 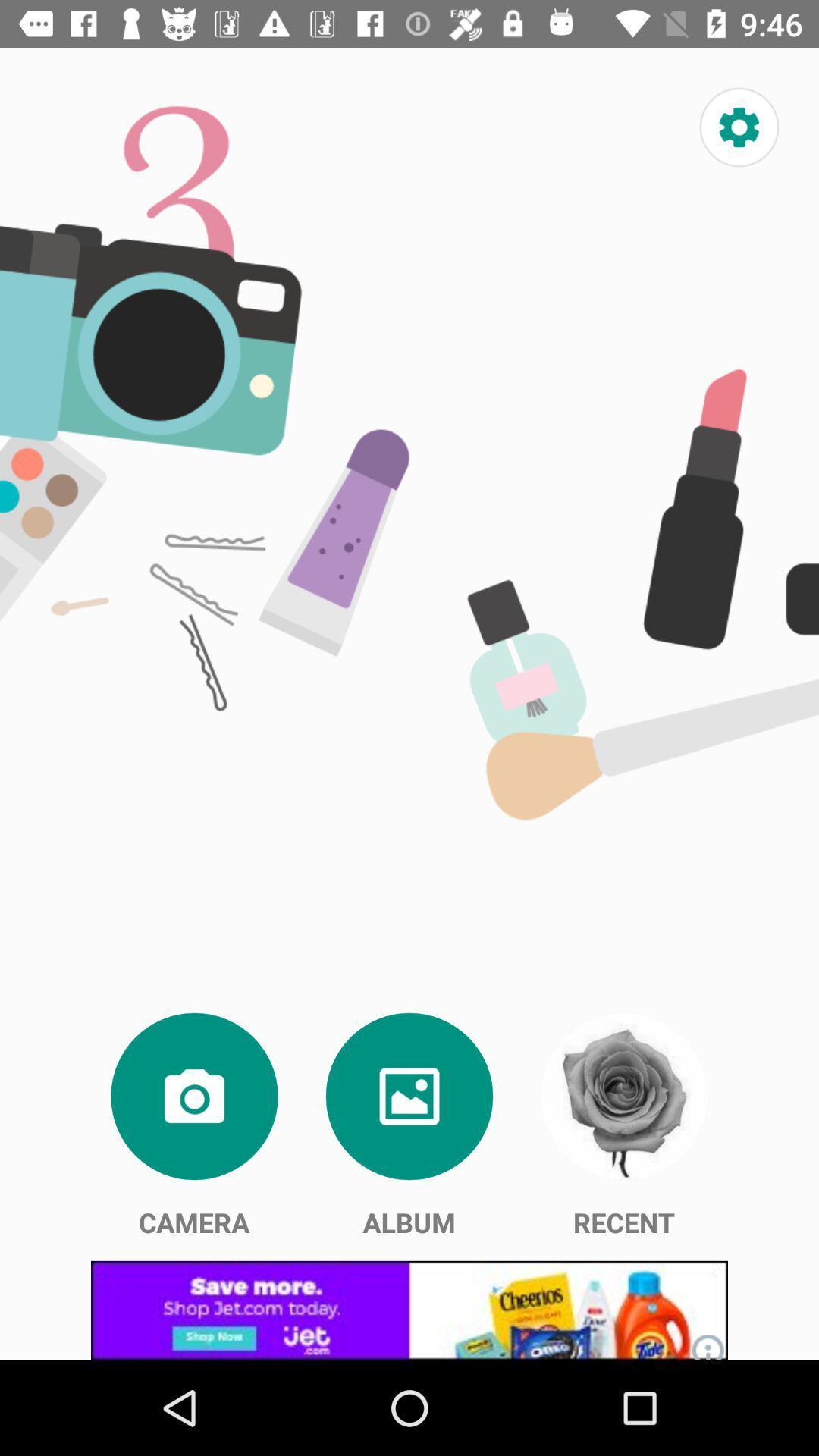 I want to click on setting, so click(x=739, y=127).